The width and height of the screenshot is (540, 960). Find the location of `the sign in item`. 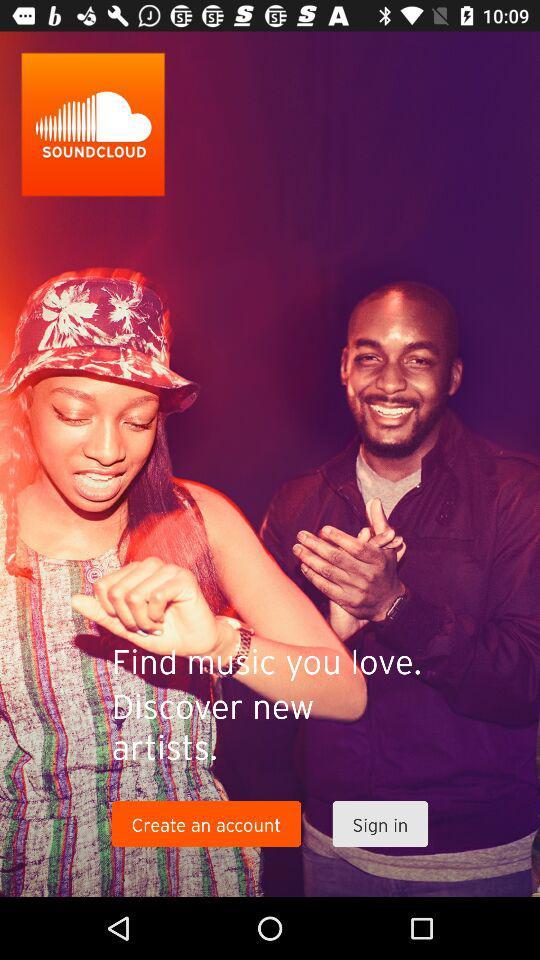

the sign in item is located at coordinates (380, 824).